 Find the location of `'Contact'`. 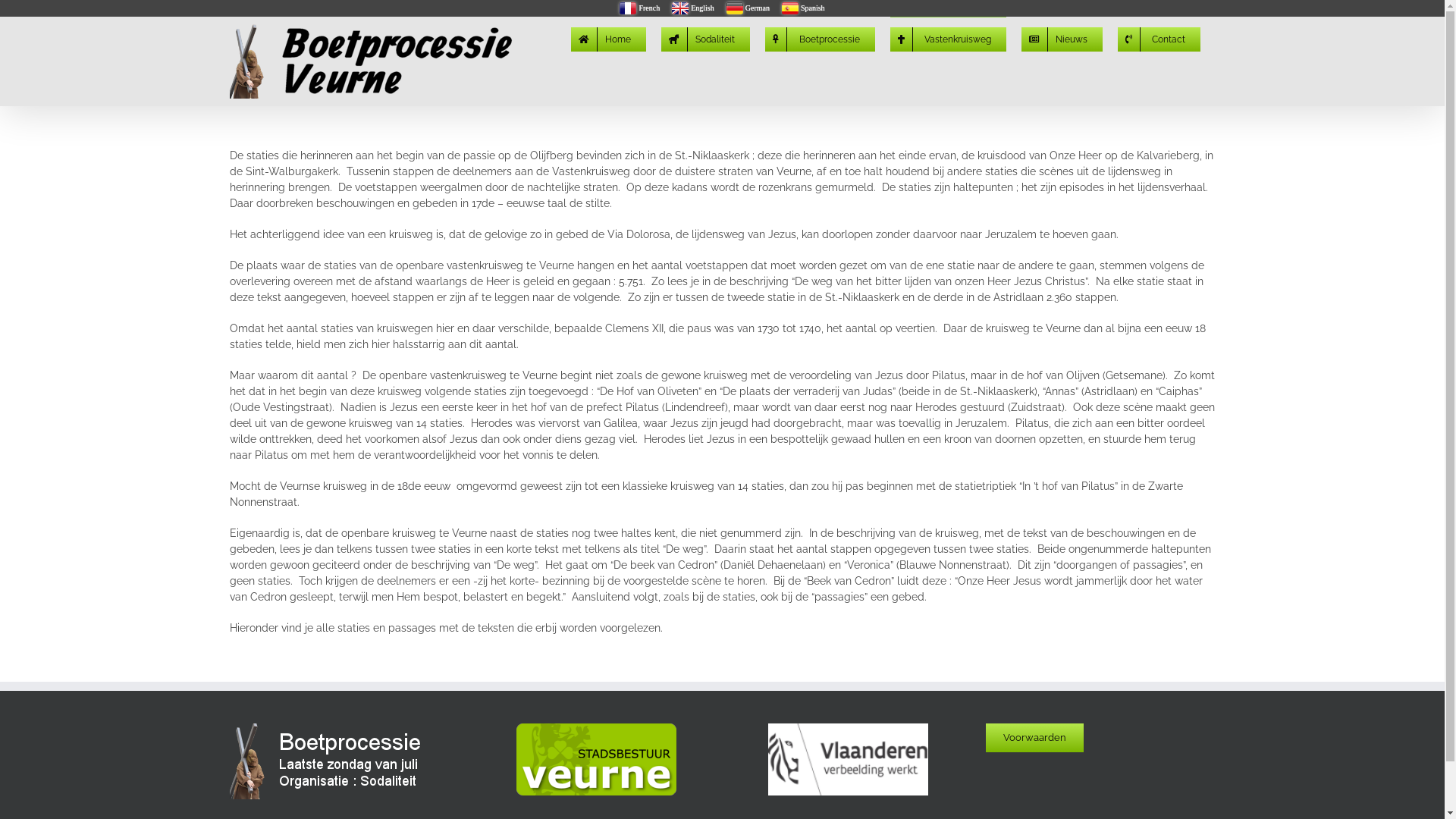

'Contact' is located at coordinates (1158, 37).